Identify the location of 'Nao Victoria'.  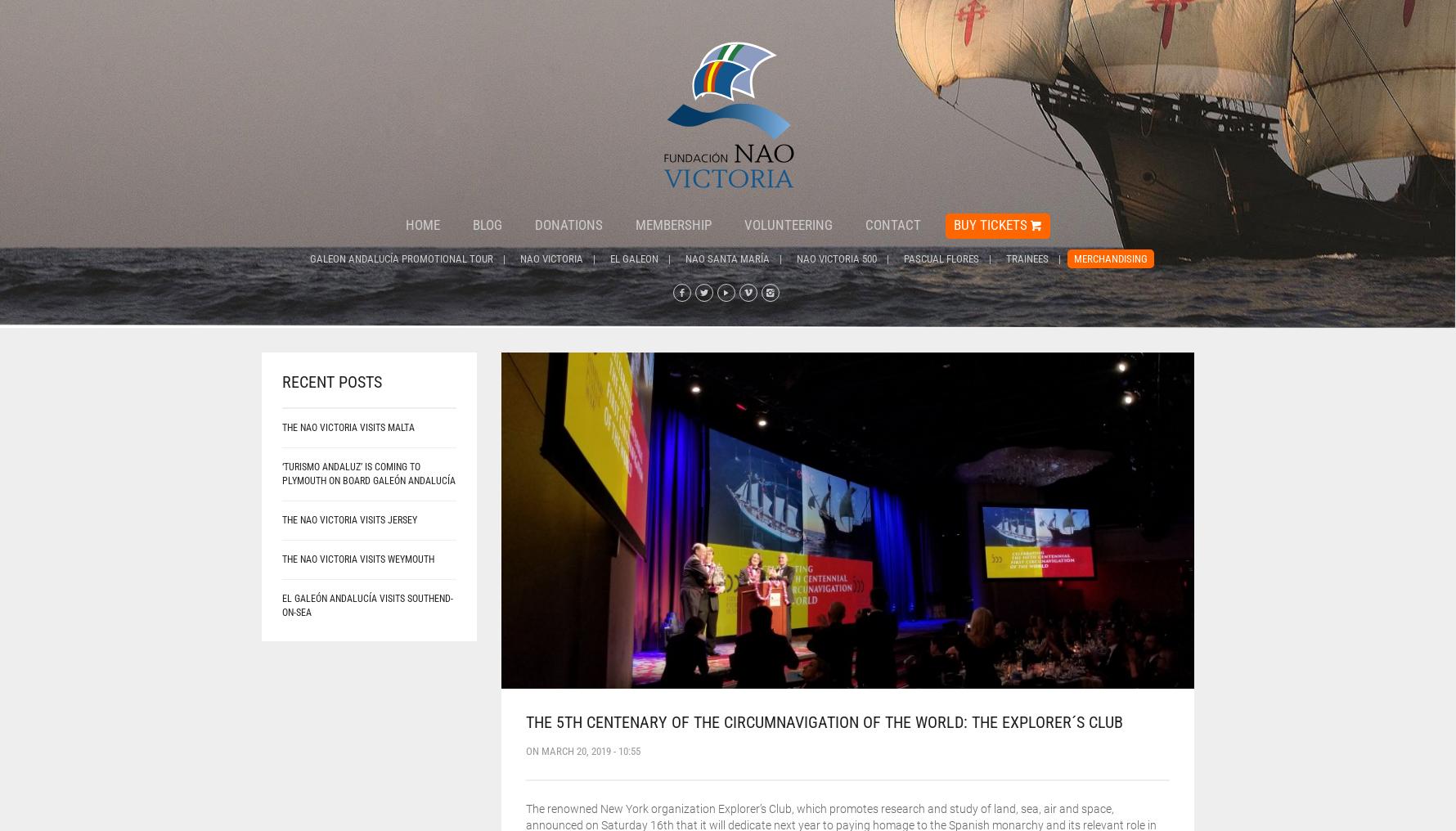
(550, 258).